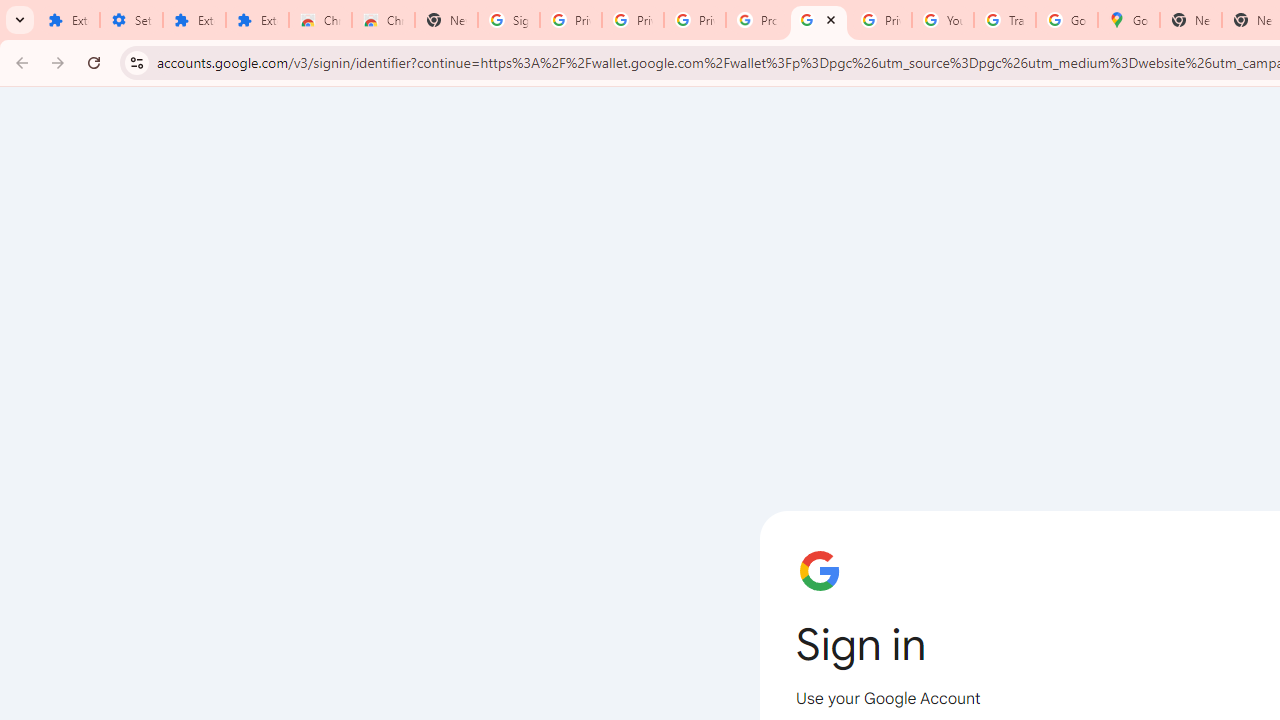 Image resolution: width=1280 pixels, height=720 pixels. What do you see at coordinates (445, 20) in the screenshot?
I see `'New Tab'` at bounding box center [445, 20].